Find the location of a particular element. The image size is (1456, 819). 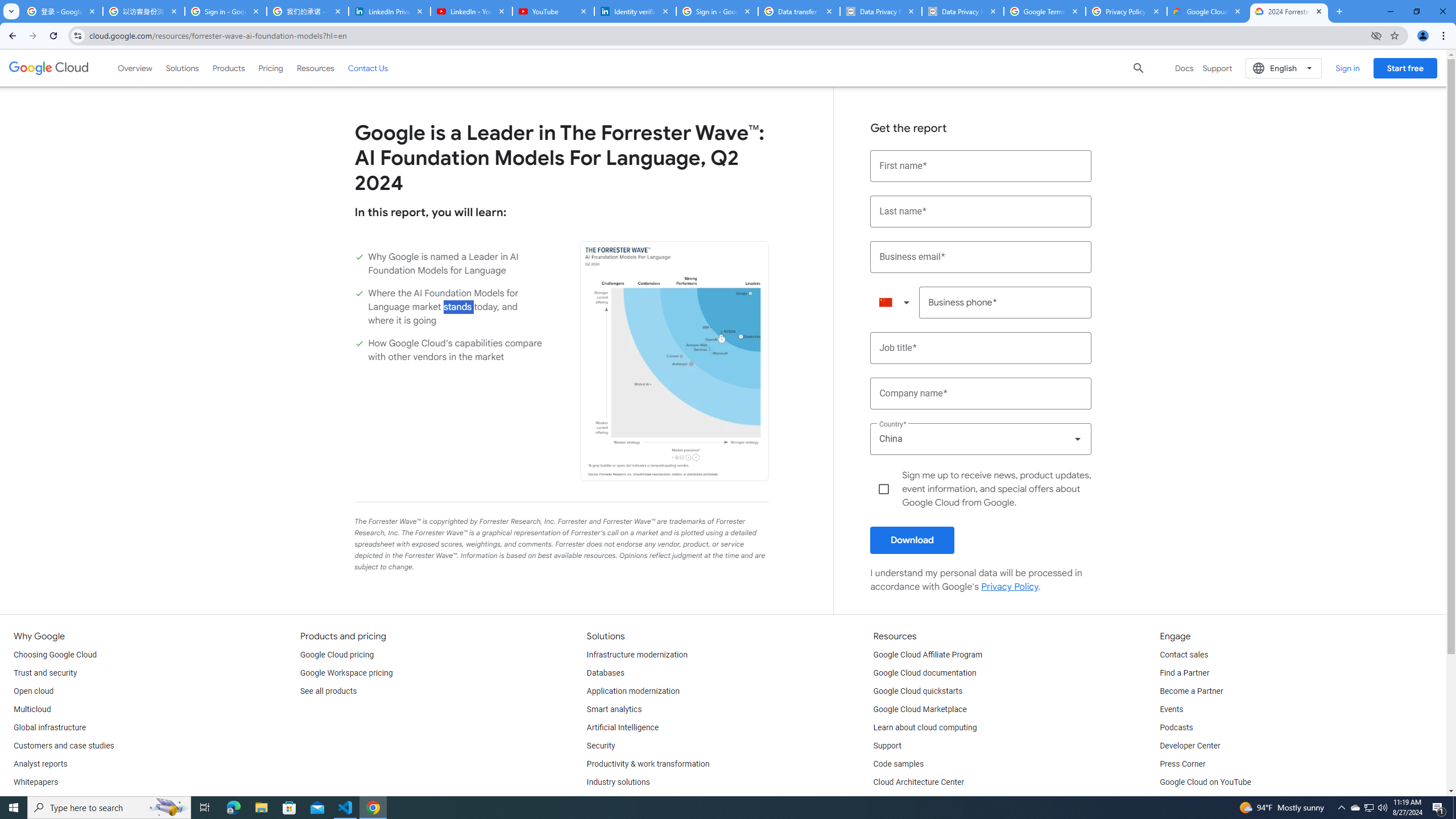

'Customers and case studies' is located at coordinates (63, 745).